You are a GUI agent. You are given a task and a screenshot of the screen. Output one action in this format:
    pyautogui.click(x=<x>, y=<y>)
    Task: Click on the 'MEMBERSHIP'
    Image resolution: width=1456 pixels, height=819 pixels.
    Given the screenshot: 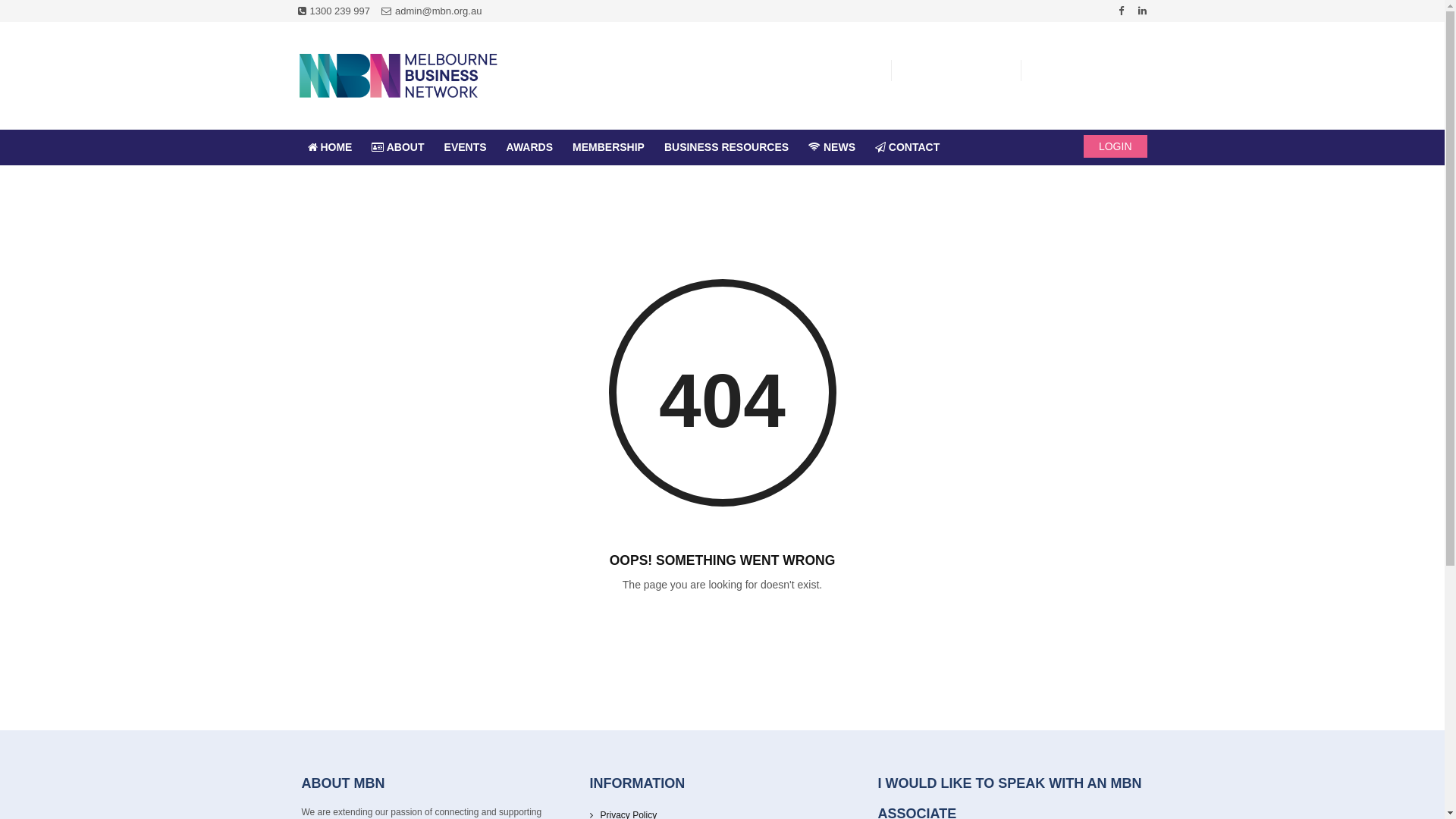 What is the action you would take?
    pyautogui.click(x=608, y=147)
    